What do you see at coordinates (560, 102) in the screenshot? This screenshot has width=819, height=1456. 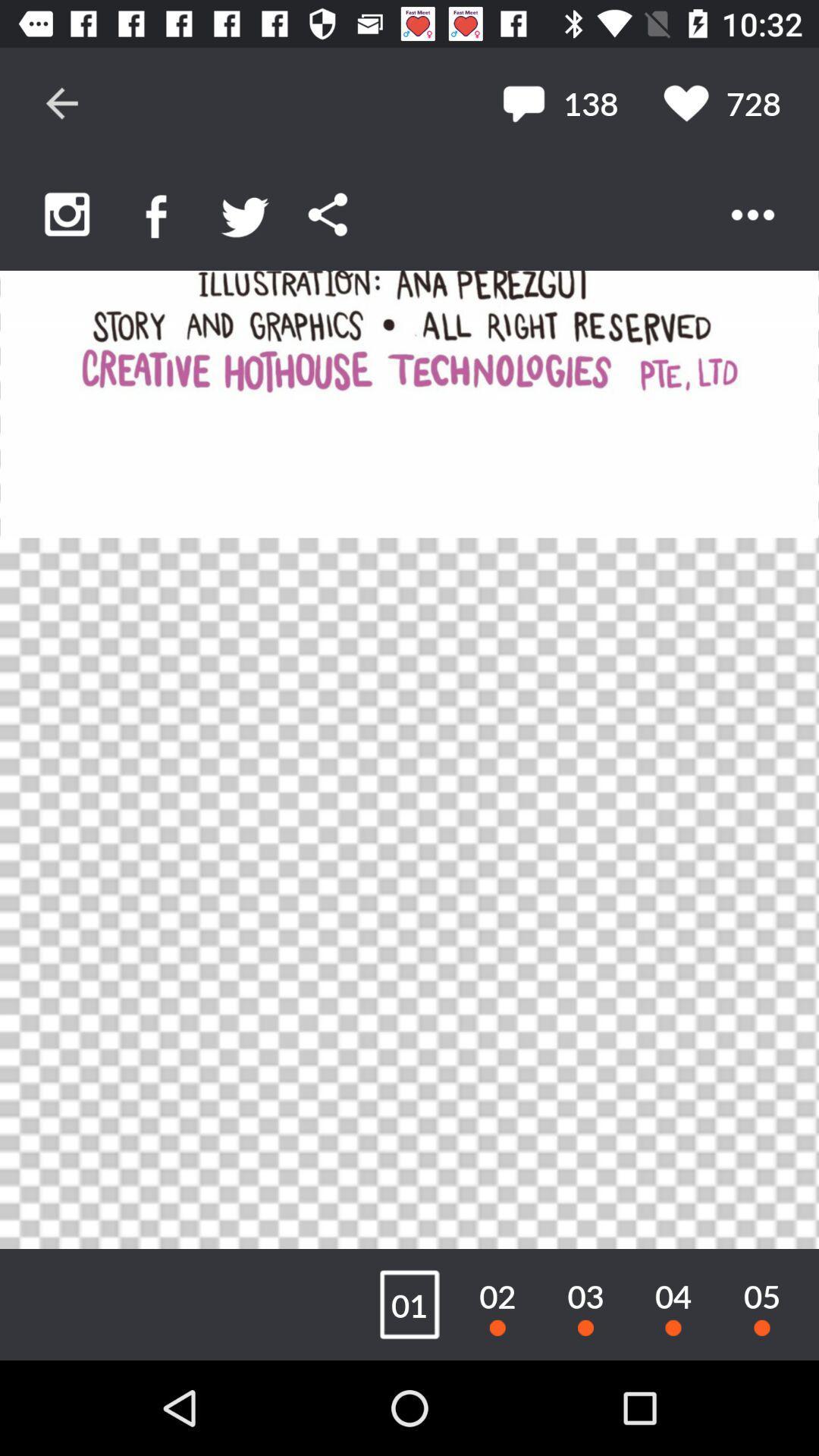 I see `item to the left of the 728  icon` at bounding box center [560, 102].